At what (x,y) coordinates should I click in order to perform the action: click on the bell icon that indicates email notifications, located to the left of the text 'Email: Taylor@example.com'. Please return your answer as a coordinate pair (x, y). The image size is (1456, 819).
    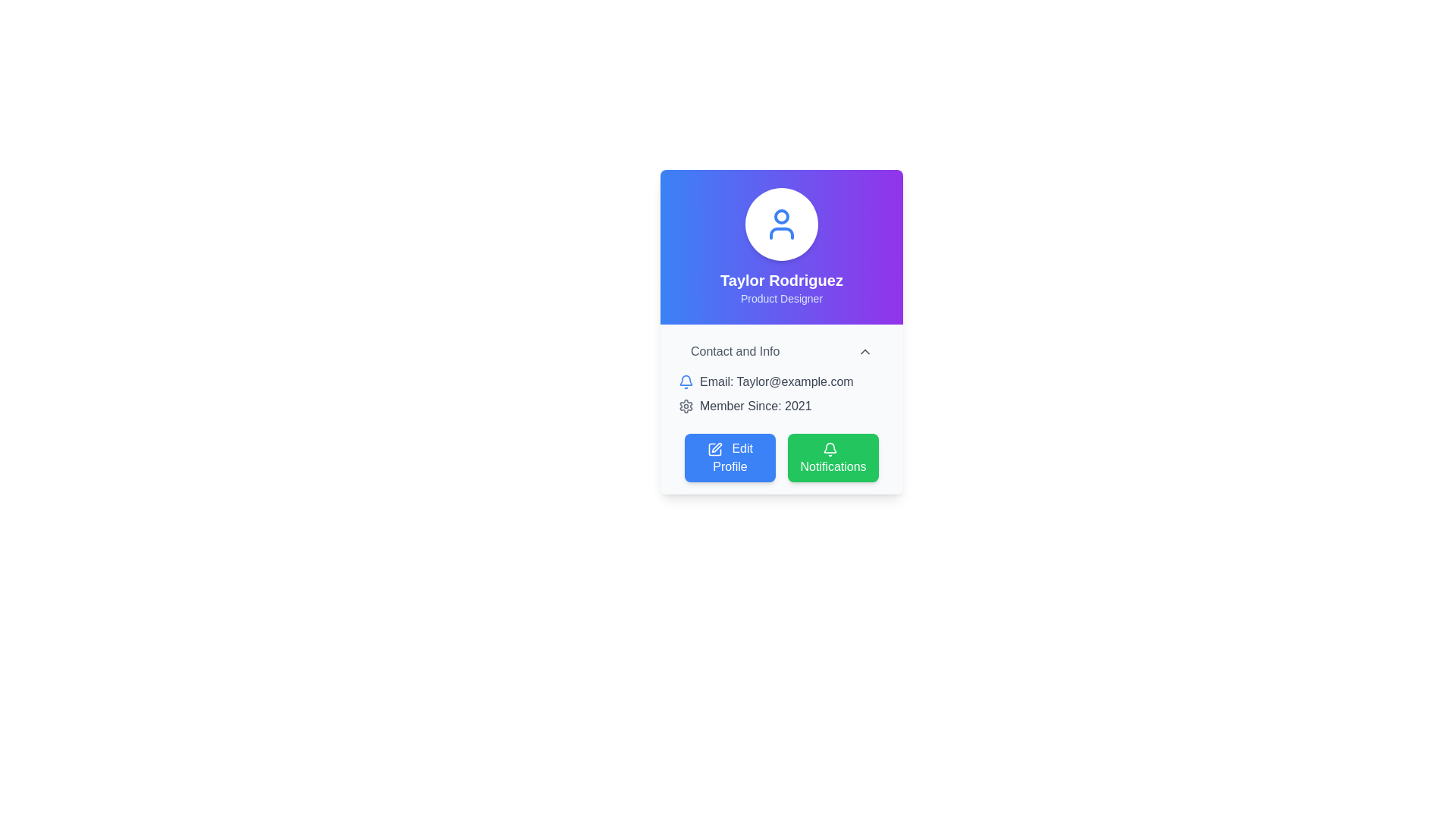
    Looking at the image, I should click on (686, 381).